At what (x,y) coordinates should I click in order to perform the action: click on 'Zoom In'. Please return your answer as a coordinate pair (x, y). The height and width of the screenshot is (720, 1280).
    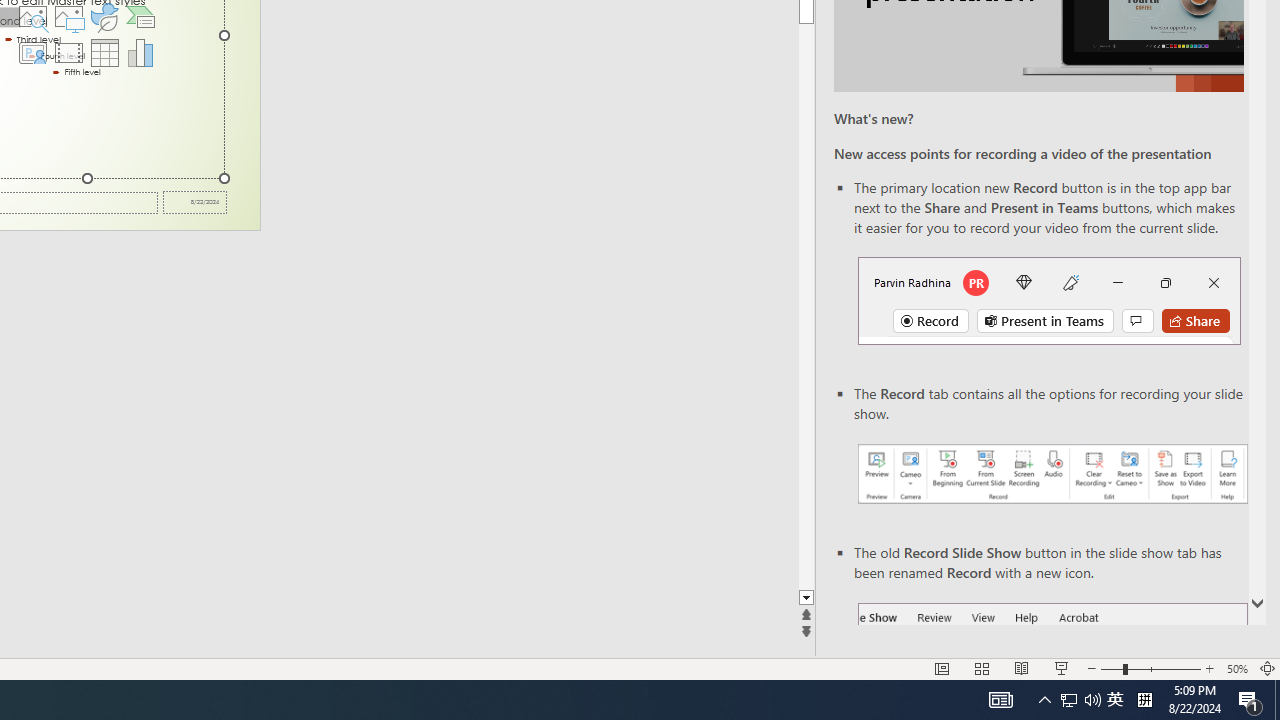
    Looking at the image, I should click on (1208, 669).